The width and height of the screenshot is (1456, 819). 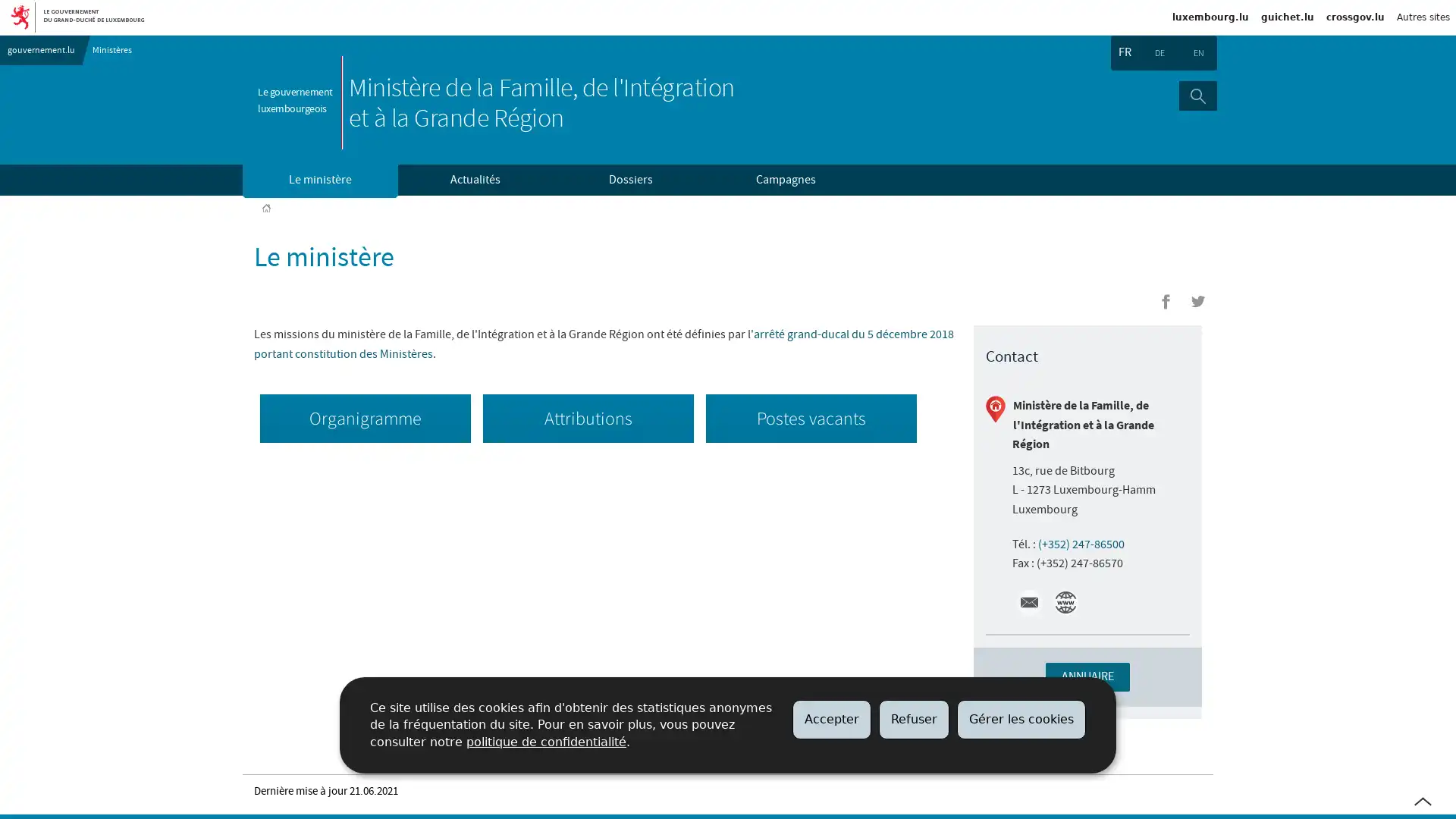 I want to click on Refuser, so click(x=913, y=718).